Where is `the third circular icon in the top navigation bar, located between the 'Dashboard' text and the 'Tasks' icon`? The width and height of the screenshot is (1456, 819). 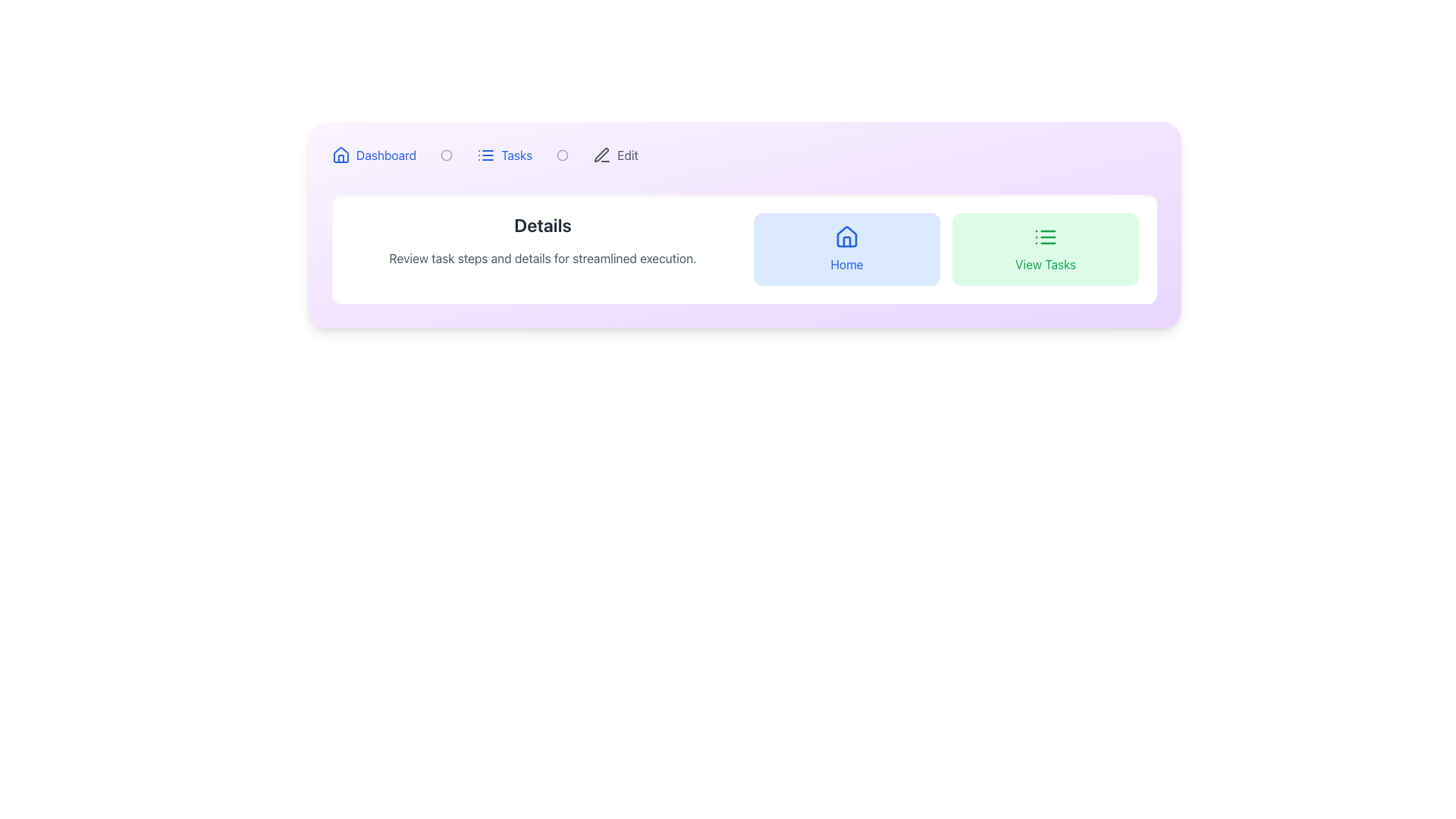
the third circular icon in the top navigation bar, located between the 'Dashboard' text and the 'Tasks' icon is located at coordinates (562, 155).